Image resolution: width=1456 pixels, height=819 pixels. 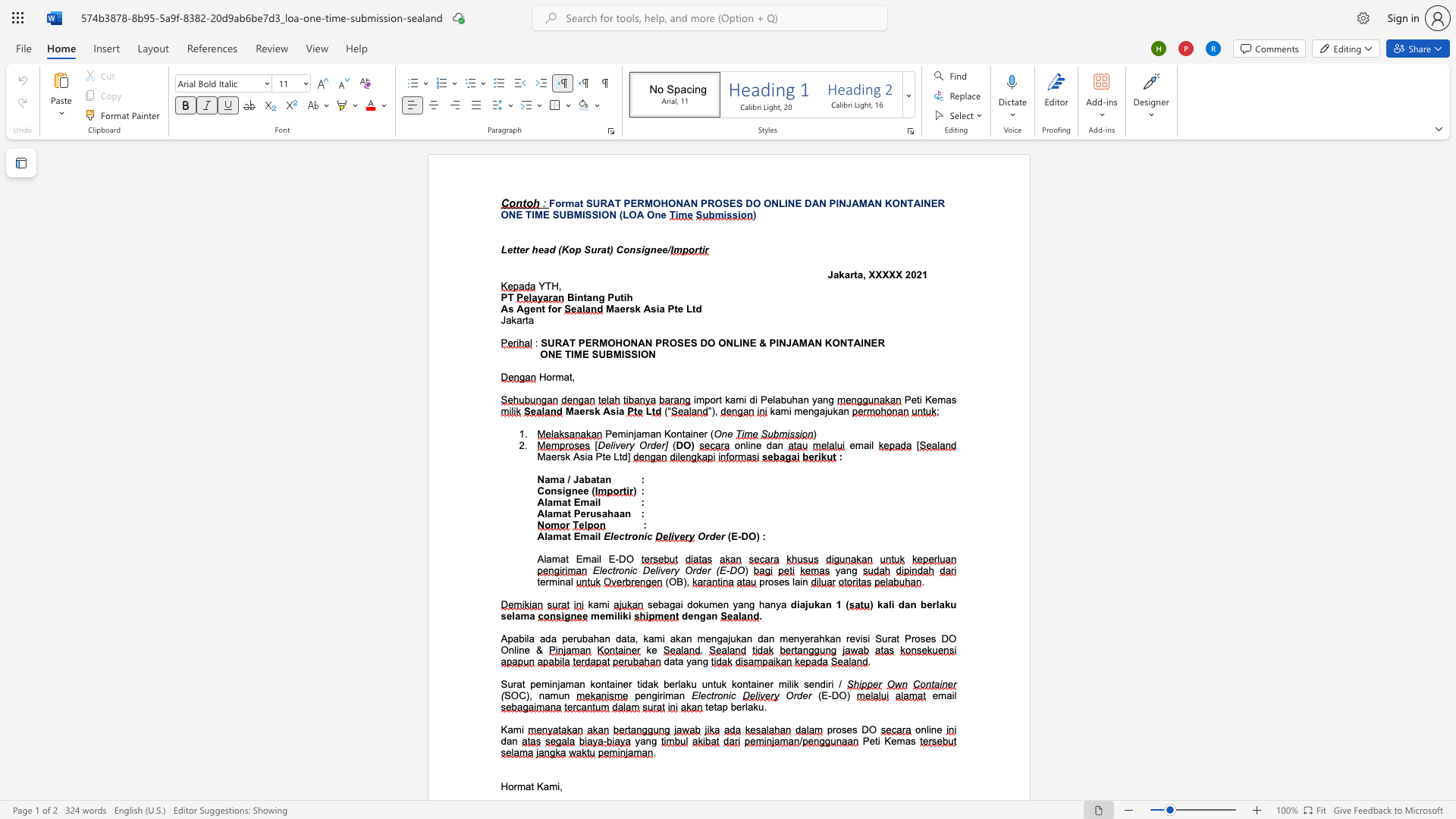 I want to click on the subset text "rde" within the text "Electronic Delivery Order (E-DO", so click(x=692, y=570).